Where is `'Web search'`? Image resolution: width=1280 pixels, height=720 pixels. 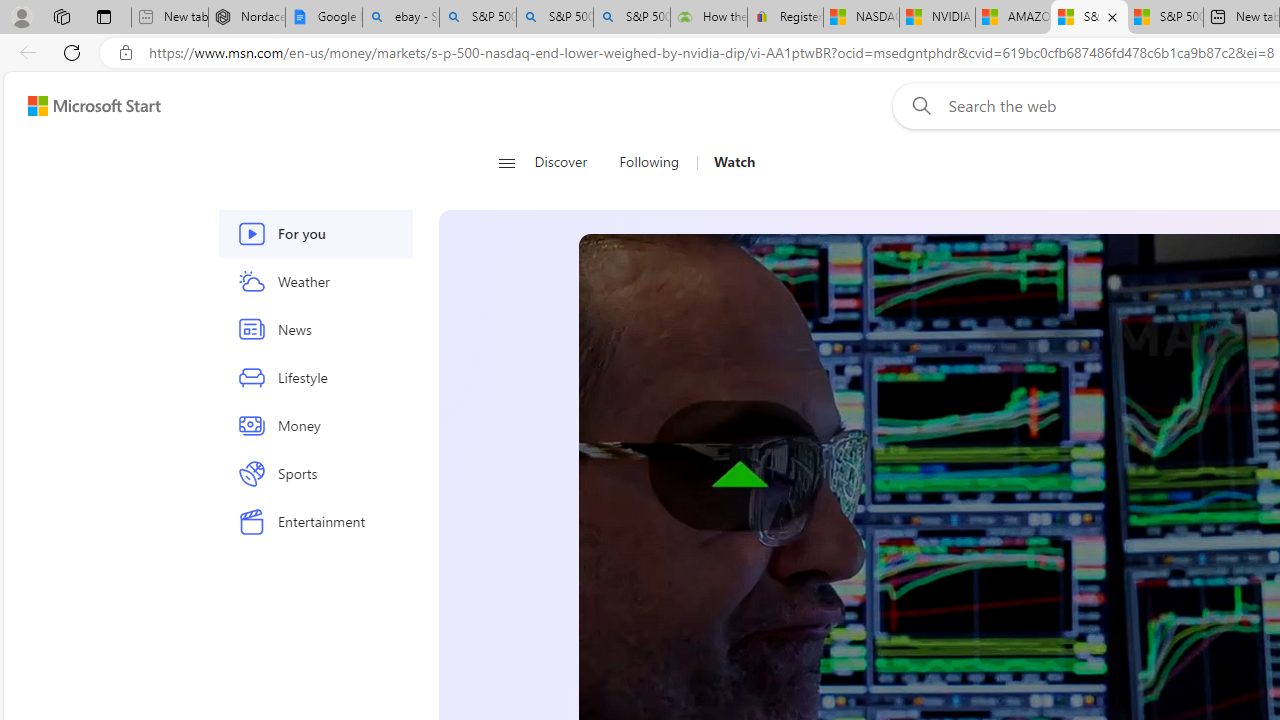
'Web search' is located at coordinates (916, 105).